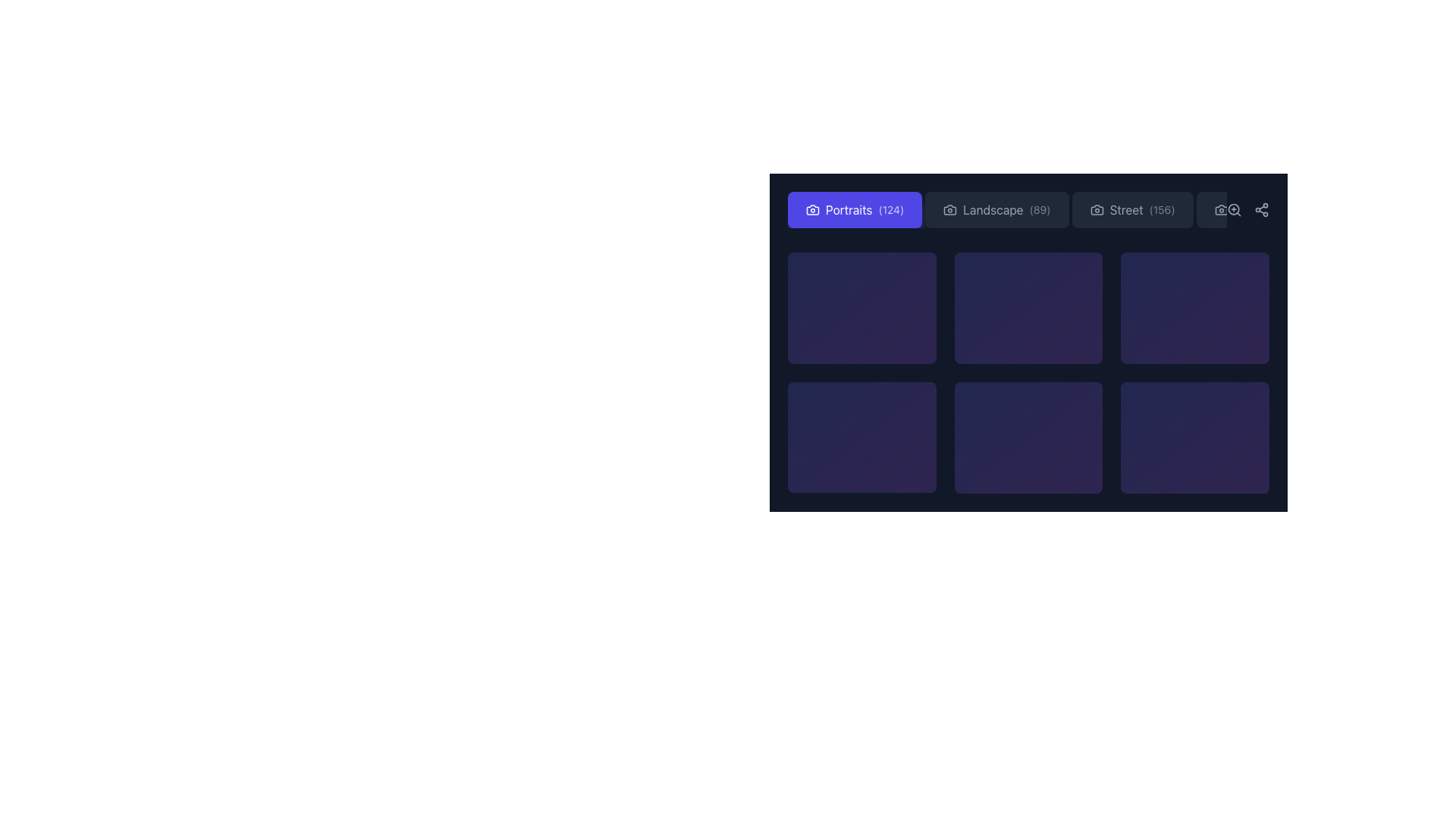 This screenshot has width=1456, height=819. Describe the element at coordinates (1028, 307) in the screenshot. I see `the third visual card in the top row of the gallery` at that location.